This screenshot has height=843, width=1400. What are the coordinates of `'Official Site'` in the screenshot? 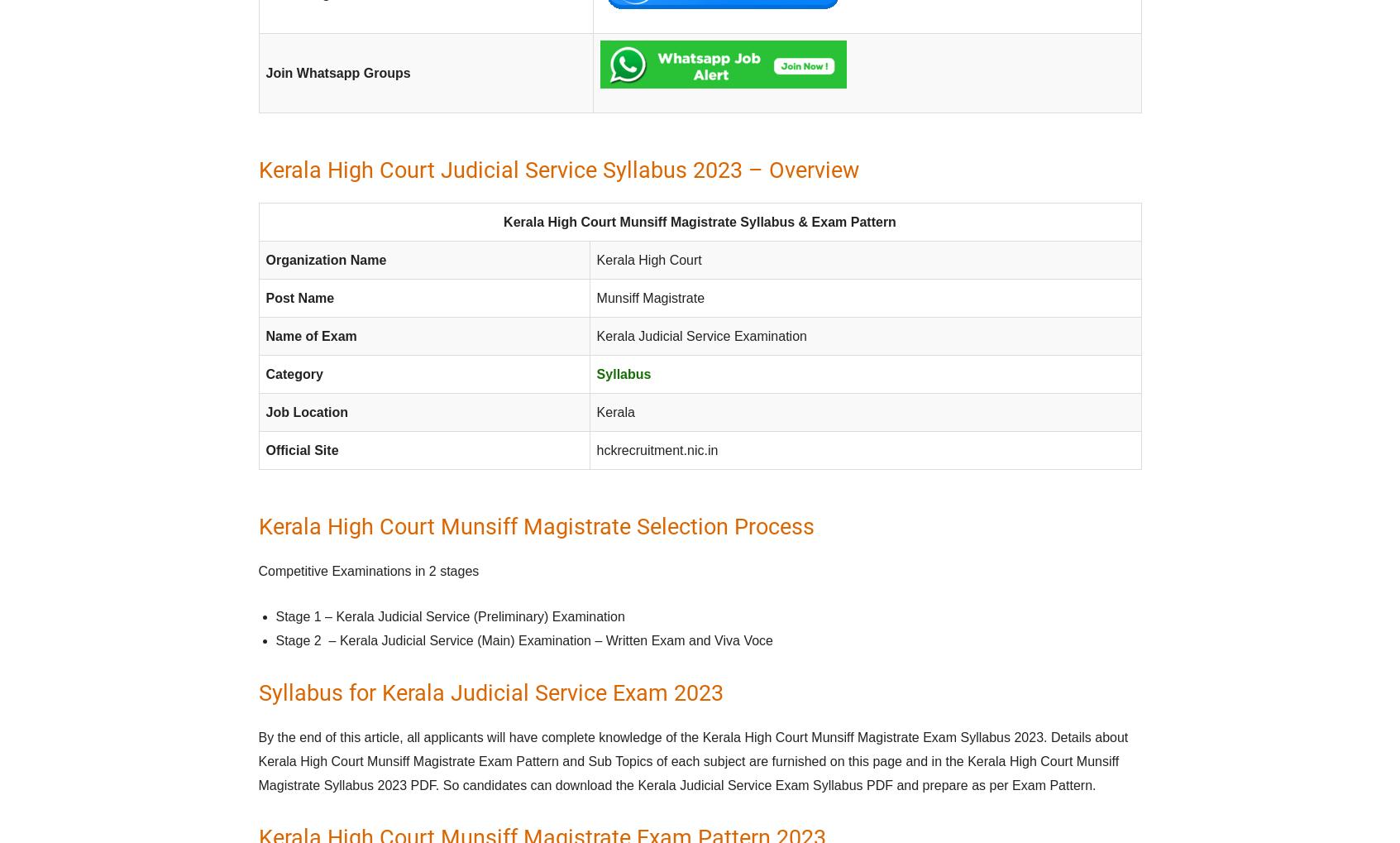 It's located at (302, 450).